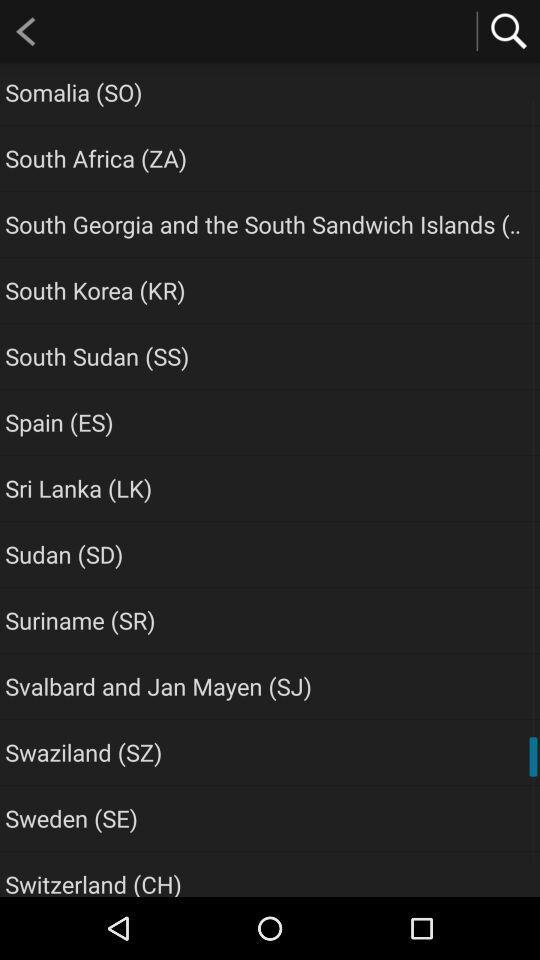 The image size is (540, 960). I want to click on app above the sudan (sd) icon, so click(77, 487).